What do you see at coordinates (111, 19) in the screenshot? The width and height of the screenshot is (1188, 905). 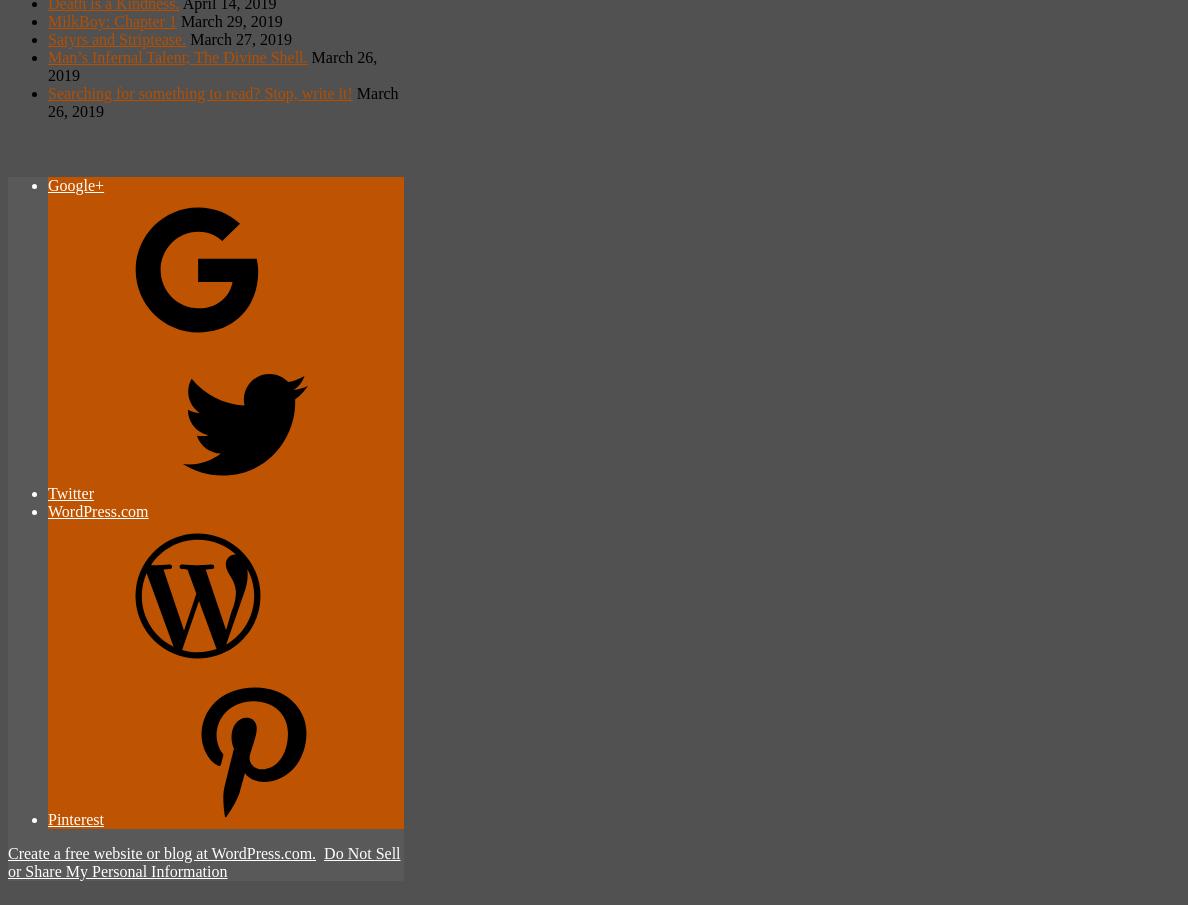 I see `'MilkBoy: Chapter 1'` at bounding box center [111, 19].